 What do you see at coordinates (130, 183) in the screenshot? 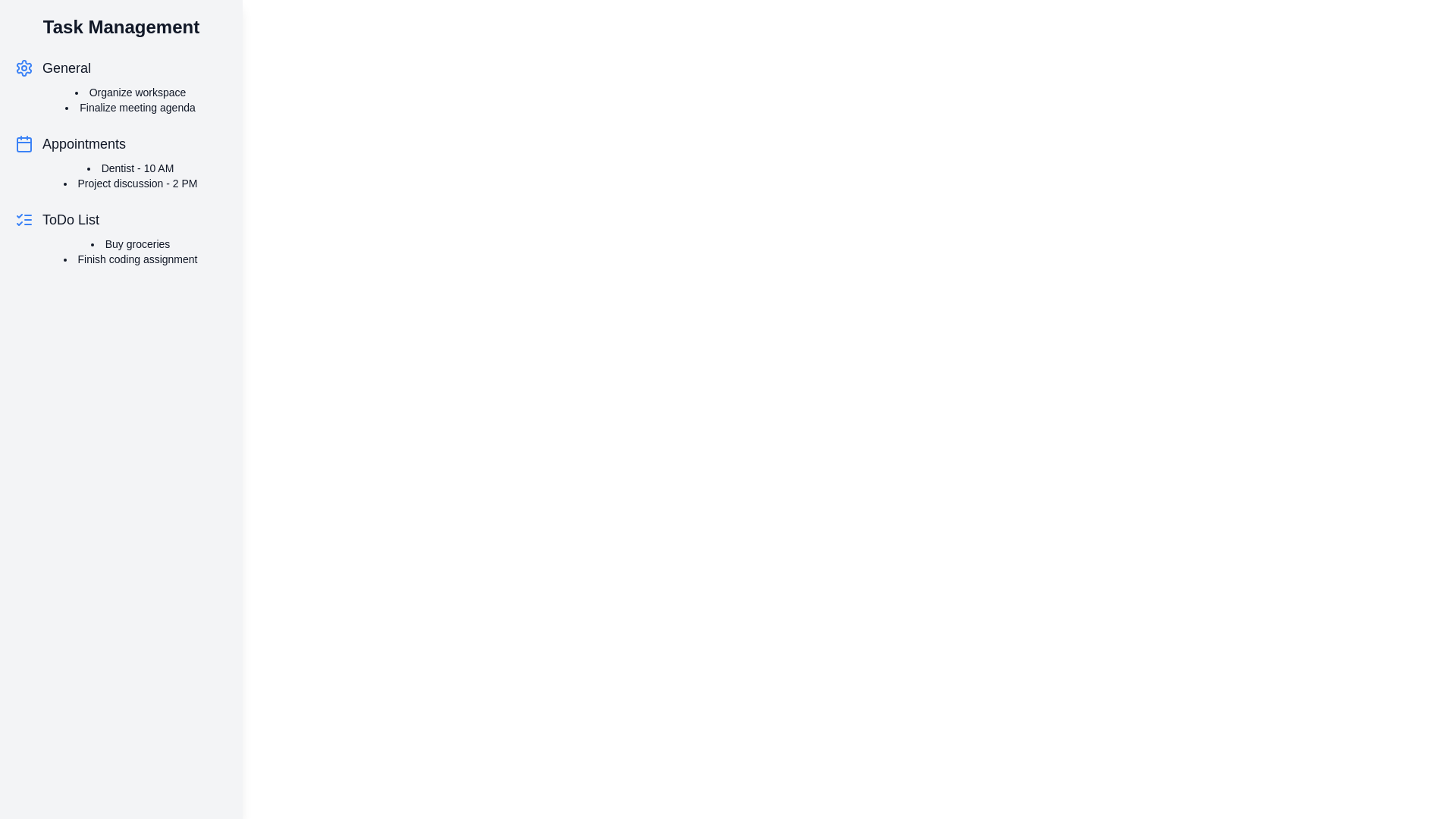
I see `the task text Project discussion - 2 PM to open the task` at bounding box center [130, 183].